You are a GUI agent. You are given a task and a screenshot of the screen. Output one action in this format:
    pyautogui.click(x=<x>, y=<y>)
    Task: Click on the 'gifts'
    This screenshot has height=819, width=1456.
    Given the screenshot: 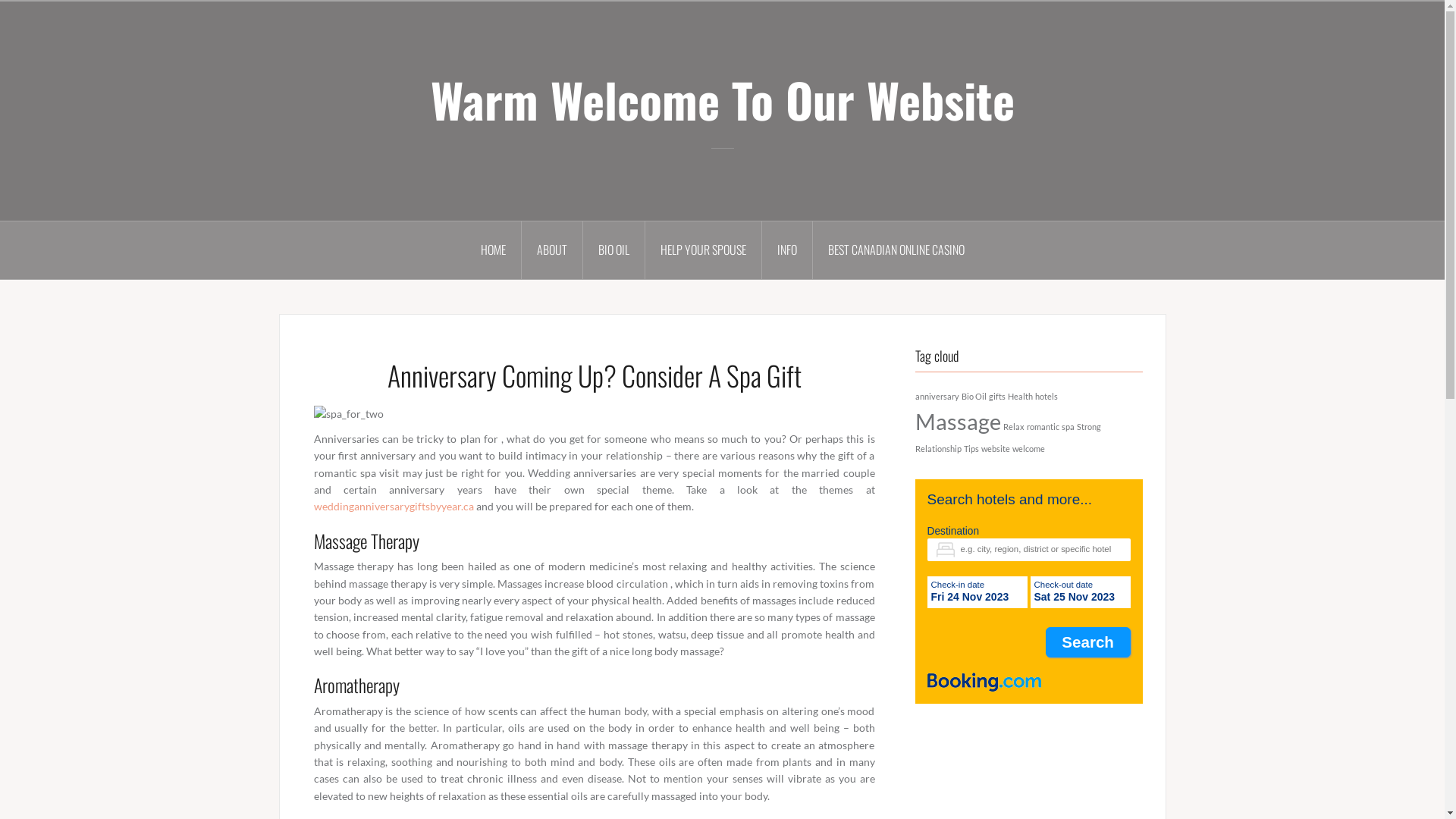 What is the action you would take?
    pyautogui.click(x=997, y=395)
    